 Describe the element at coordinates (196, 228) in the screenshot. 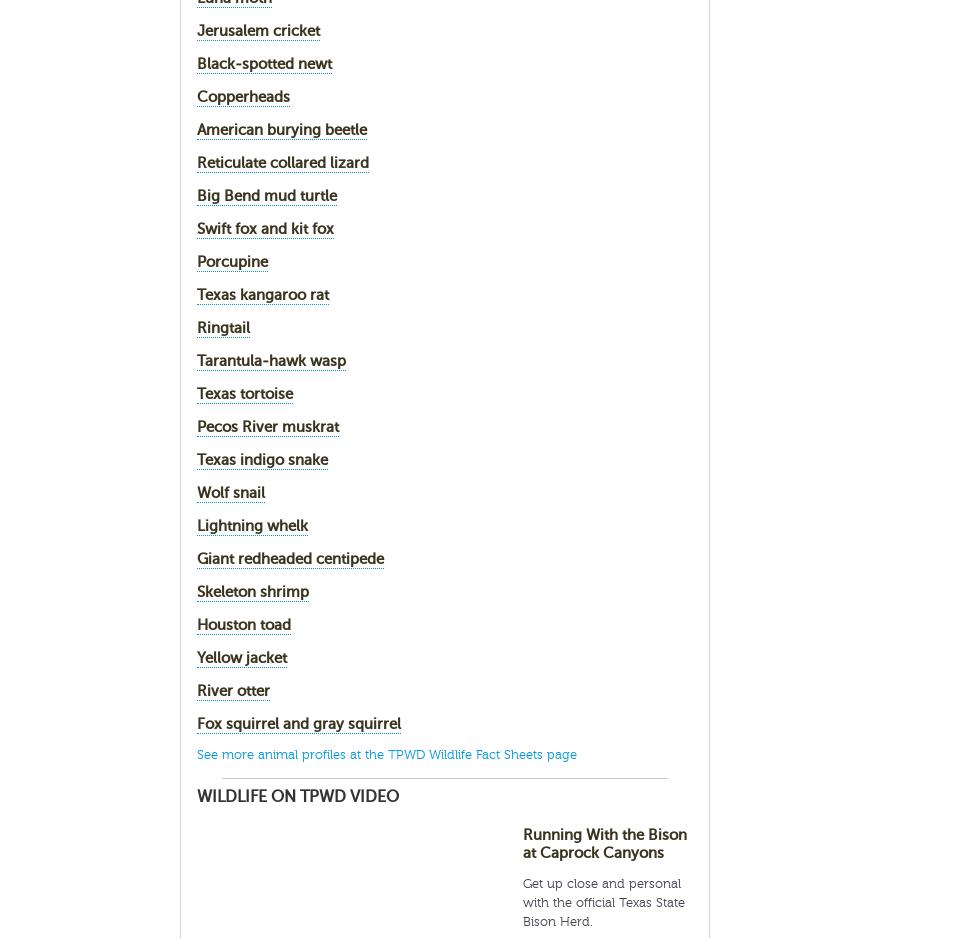

I see `'Swift fox and kit fox'` at that location.